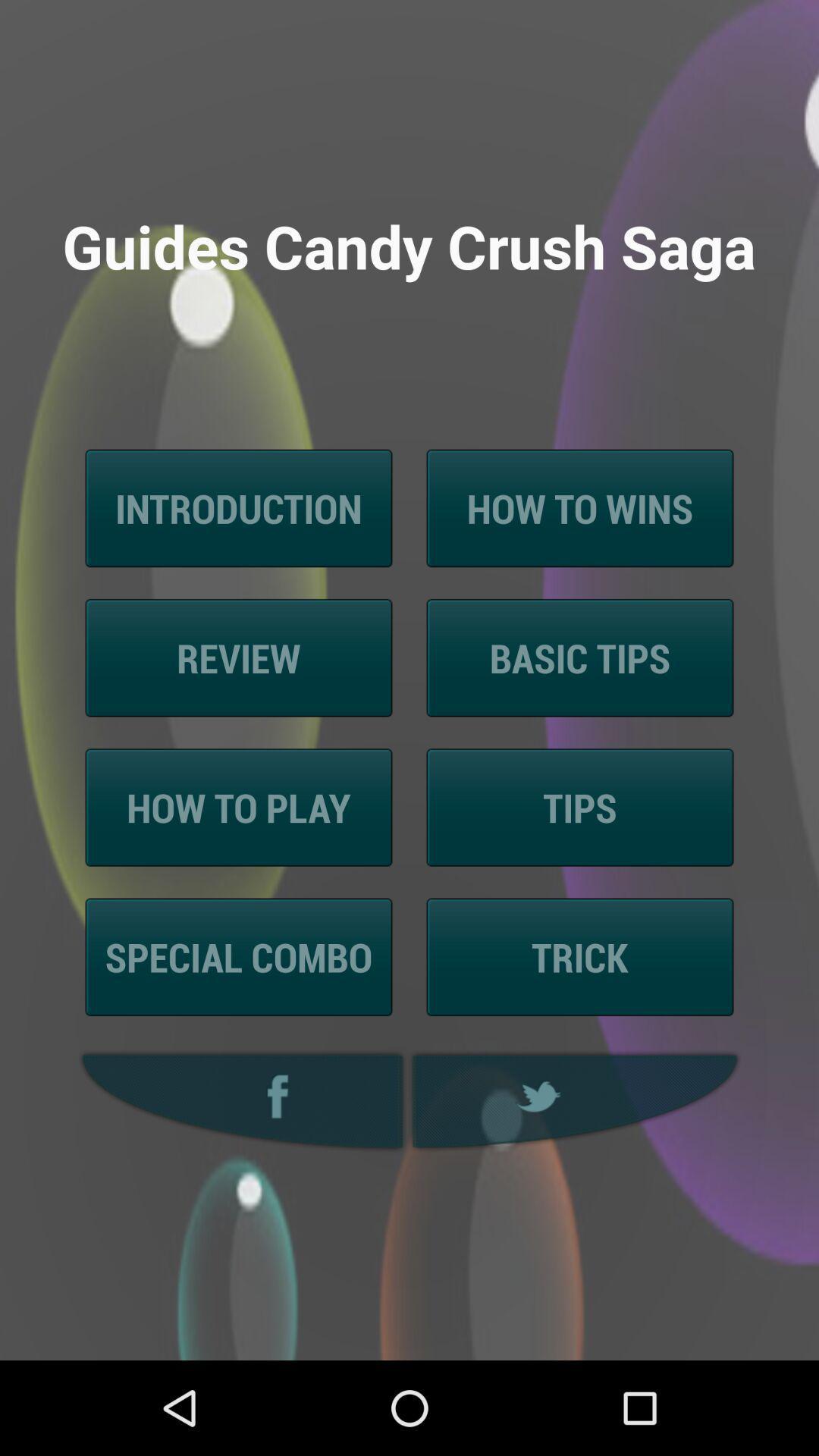  Describe the element at coordinates (579, 657) in the screenshot. I see `the basic tips item` at that location.